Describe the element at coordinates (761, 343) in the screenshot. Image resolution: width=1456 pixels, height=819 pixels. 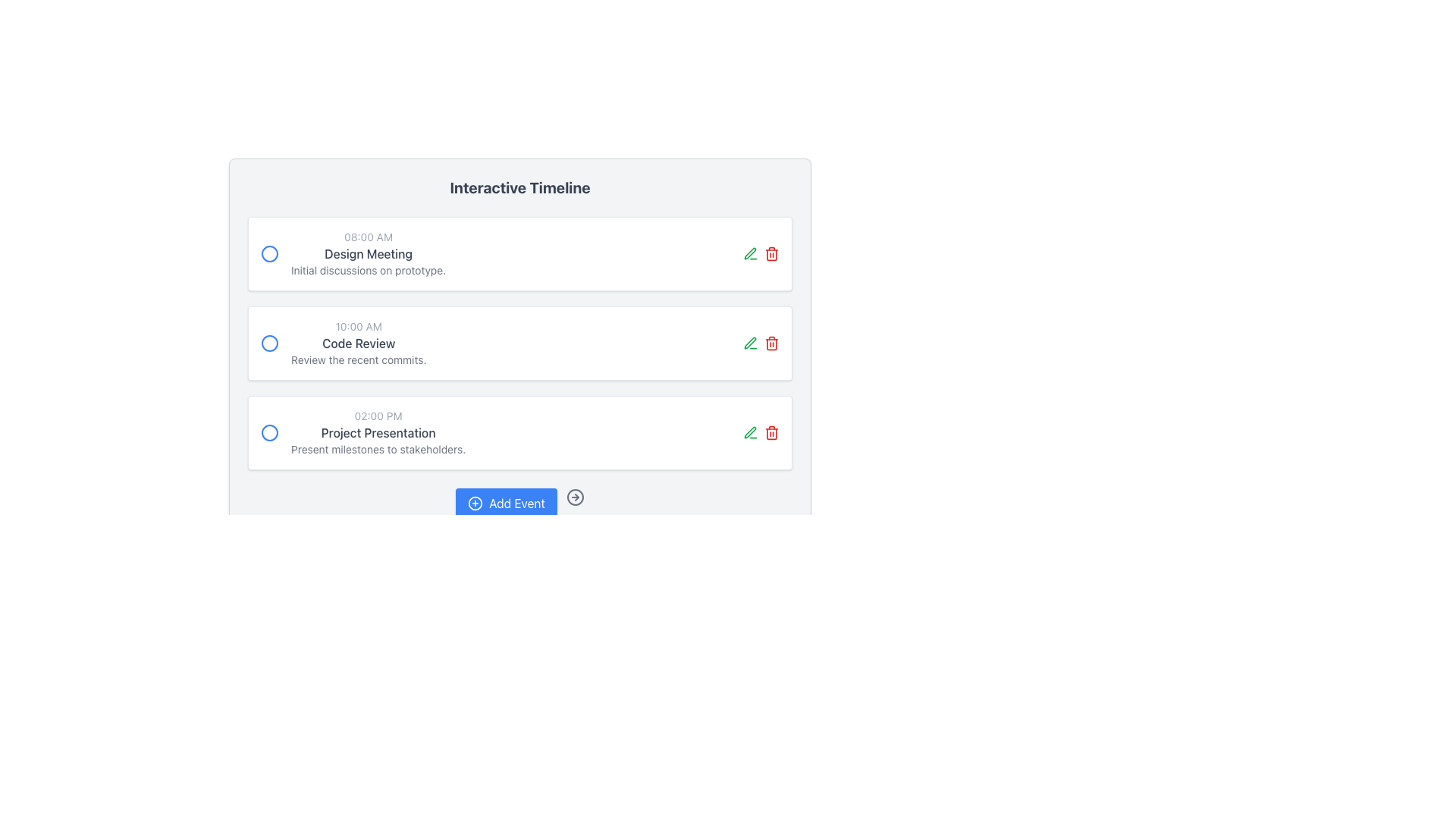
I see `the trash icon in the interactive cluster of edit and delete buttons` at that location.